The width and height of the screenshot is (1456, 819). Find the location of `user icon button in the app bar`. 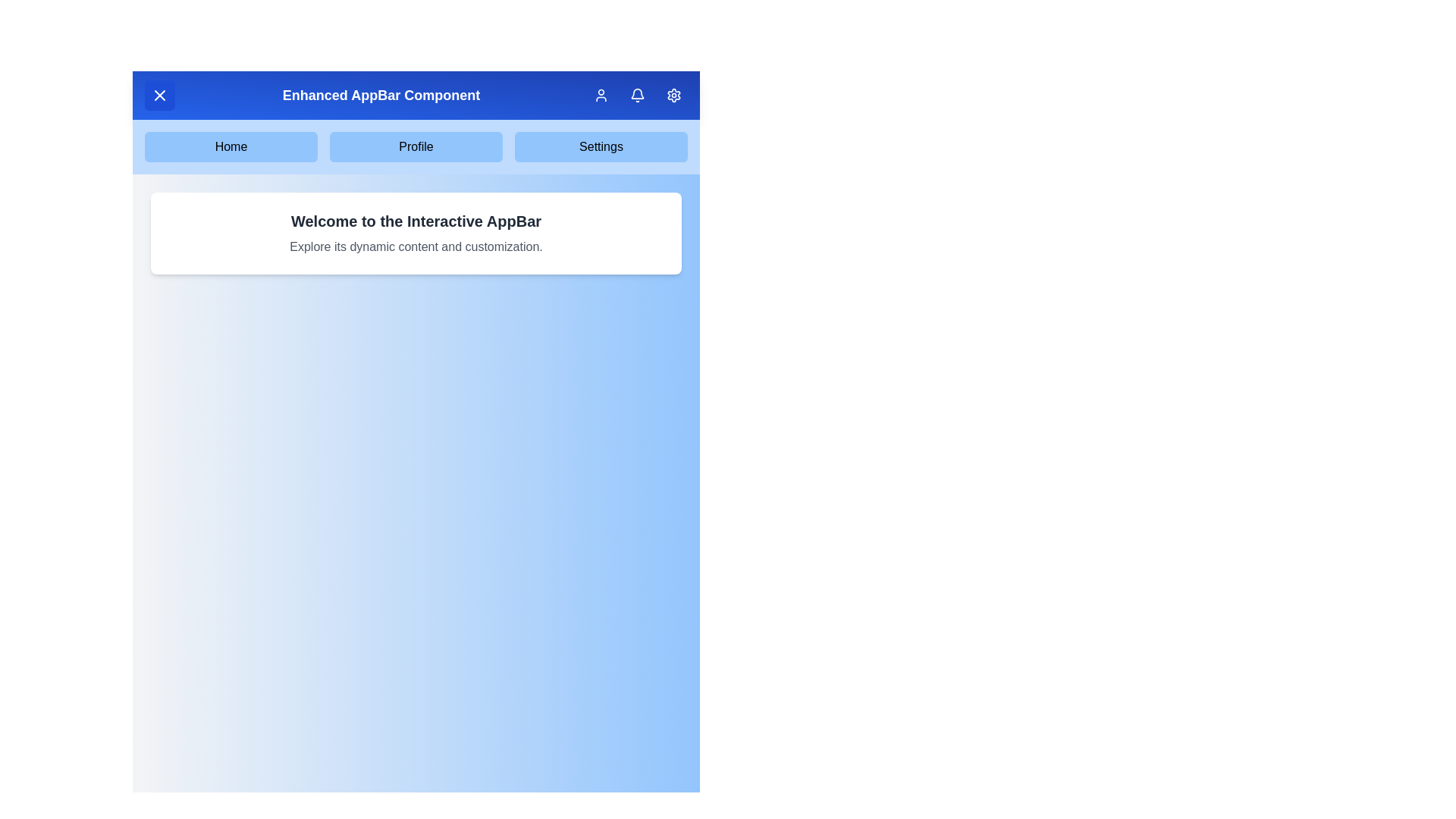

user icon button in the app bar is located at coordinates (600, 96).